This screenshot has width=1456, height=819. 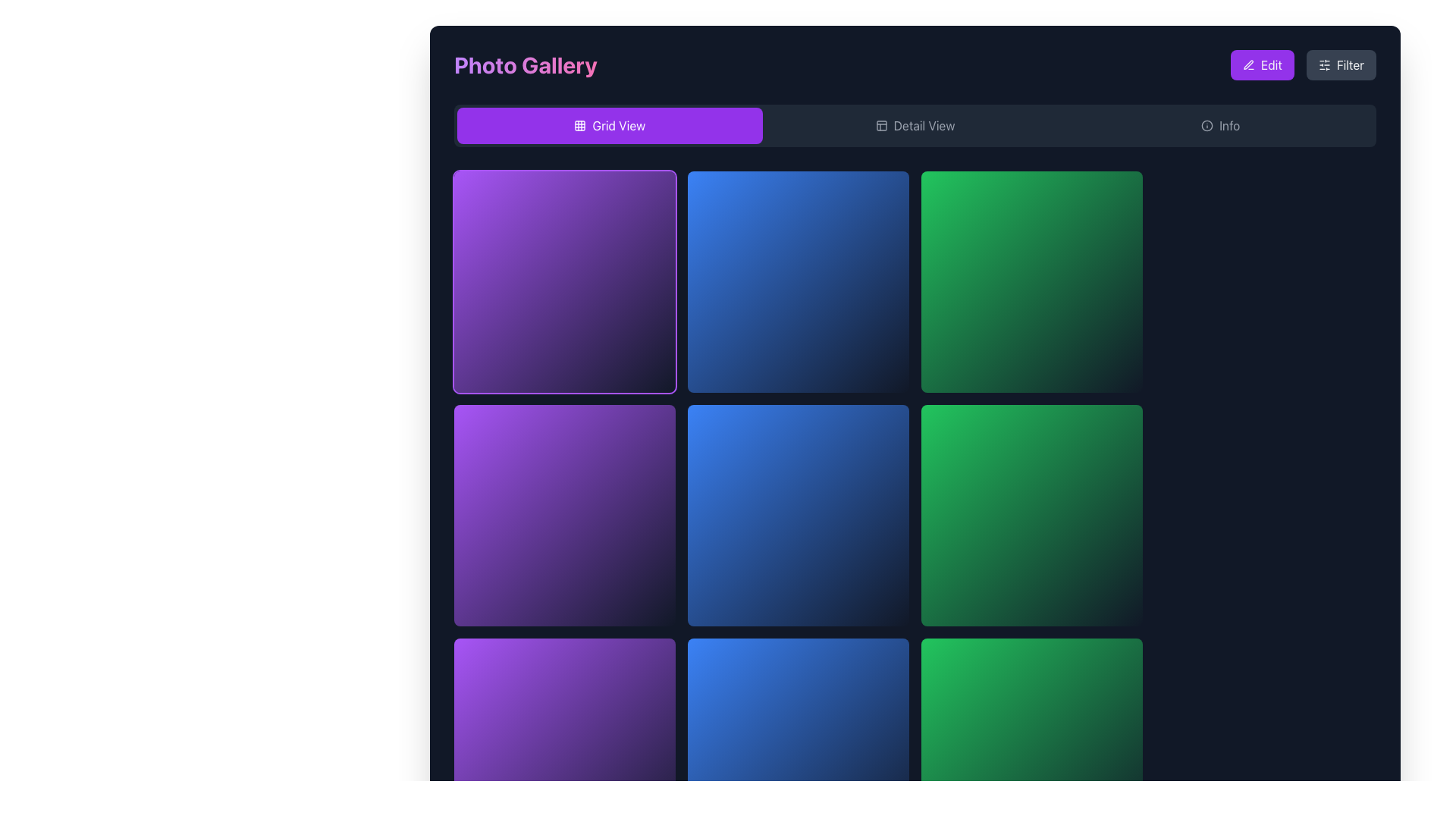 What do you see at coordinates (1248, 64) in the screenshot?
I see `the pen icon located in the top-right corner of the application interface, which symbolizes the 'Edit' functionality` at bounding box center [1248, 64].